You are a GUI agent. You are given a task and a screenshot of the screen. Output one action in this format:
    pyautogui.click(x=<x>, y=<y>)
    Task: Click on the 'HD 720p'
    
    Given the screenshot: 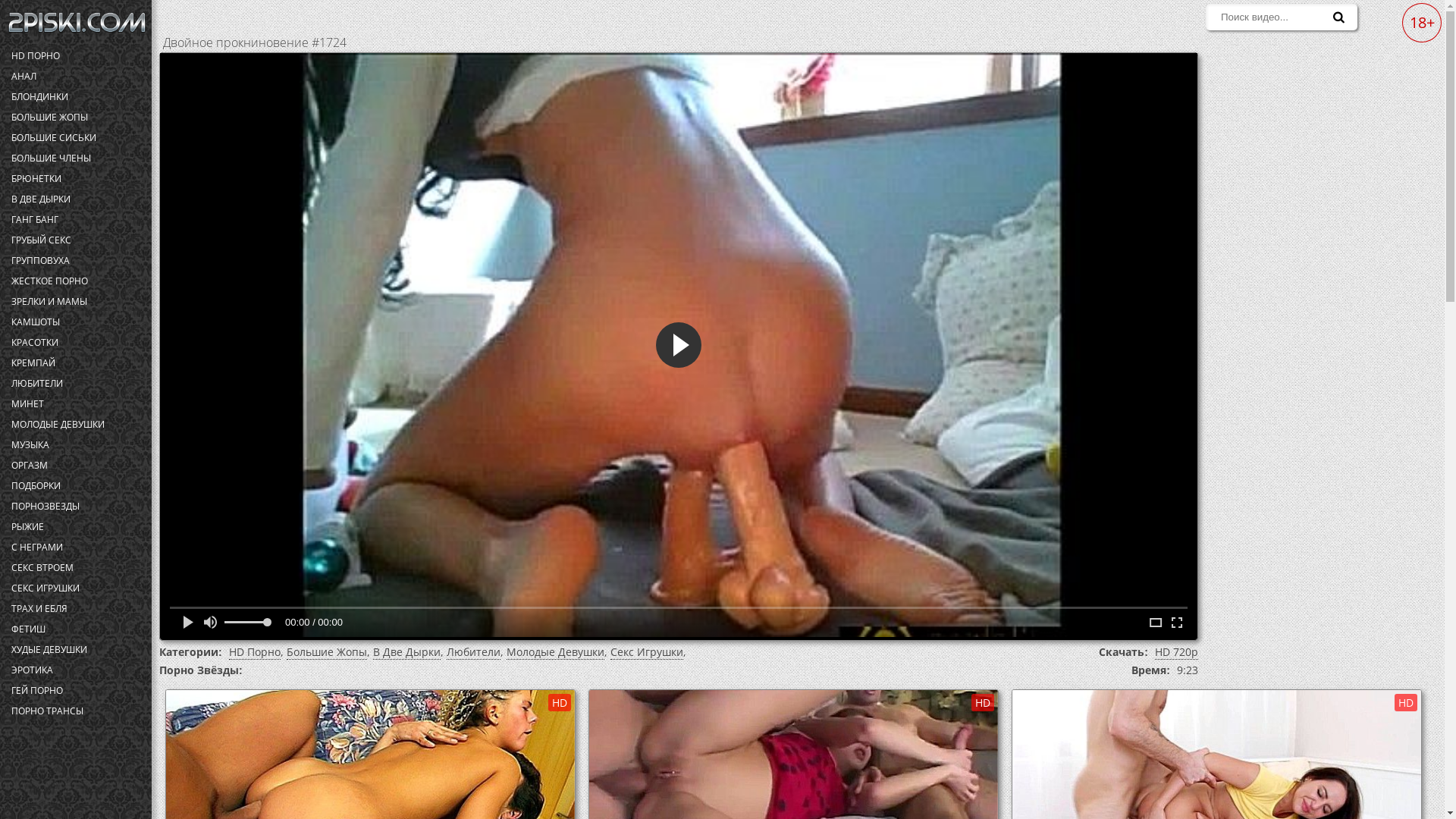 What is the action you would take?
    pyautogui.click(x=1153, y=651)
    